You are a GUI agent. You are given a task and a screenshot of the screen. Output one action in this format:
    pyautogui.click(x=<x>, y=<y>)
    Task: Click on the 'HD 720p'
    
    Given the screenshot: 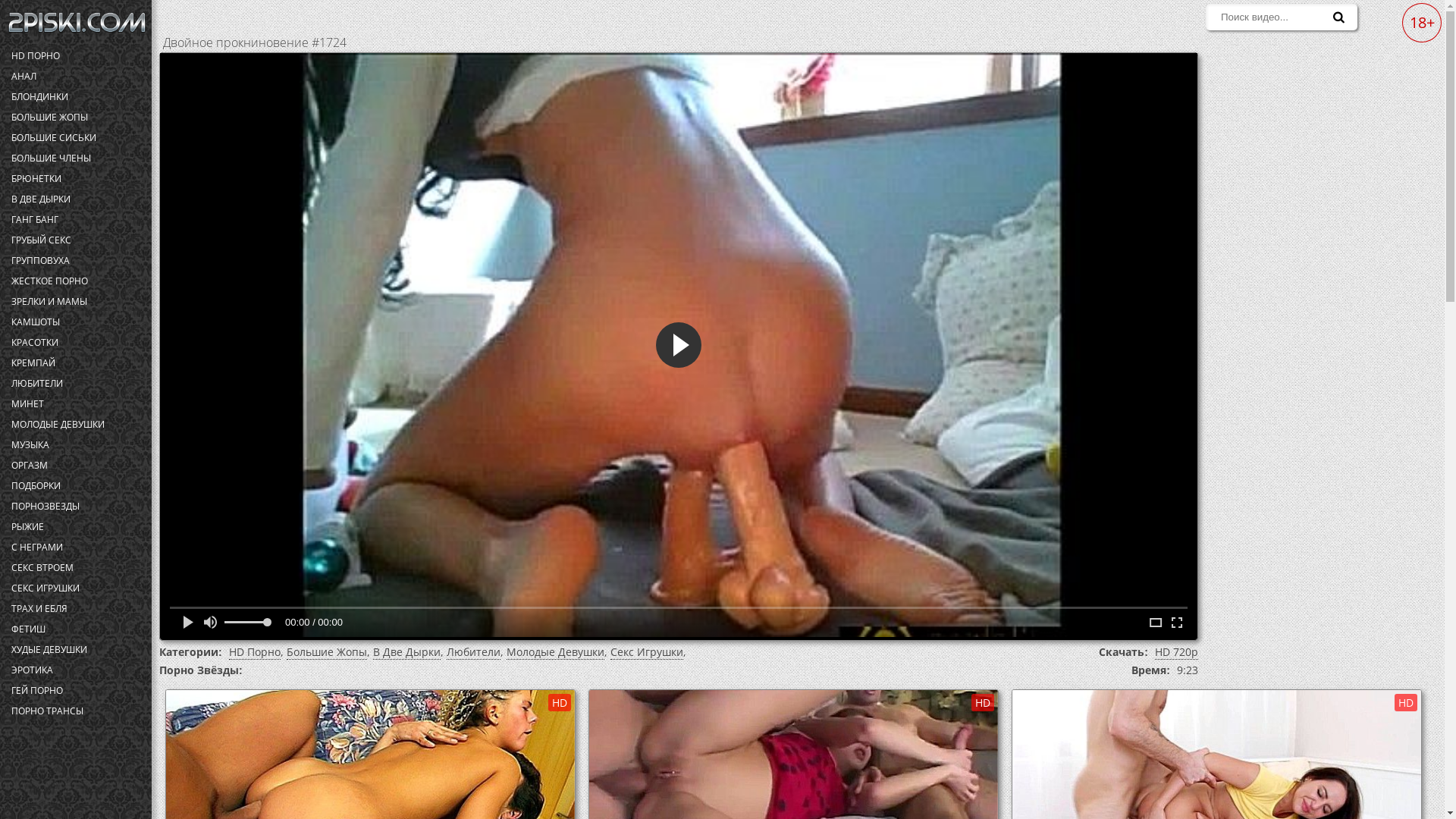 What is the action you would take?
    pyautogui.click(x=1153, y=651)
    